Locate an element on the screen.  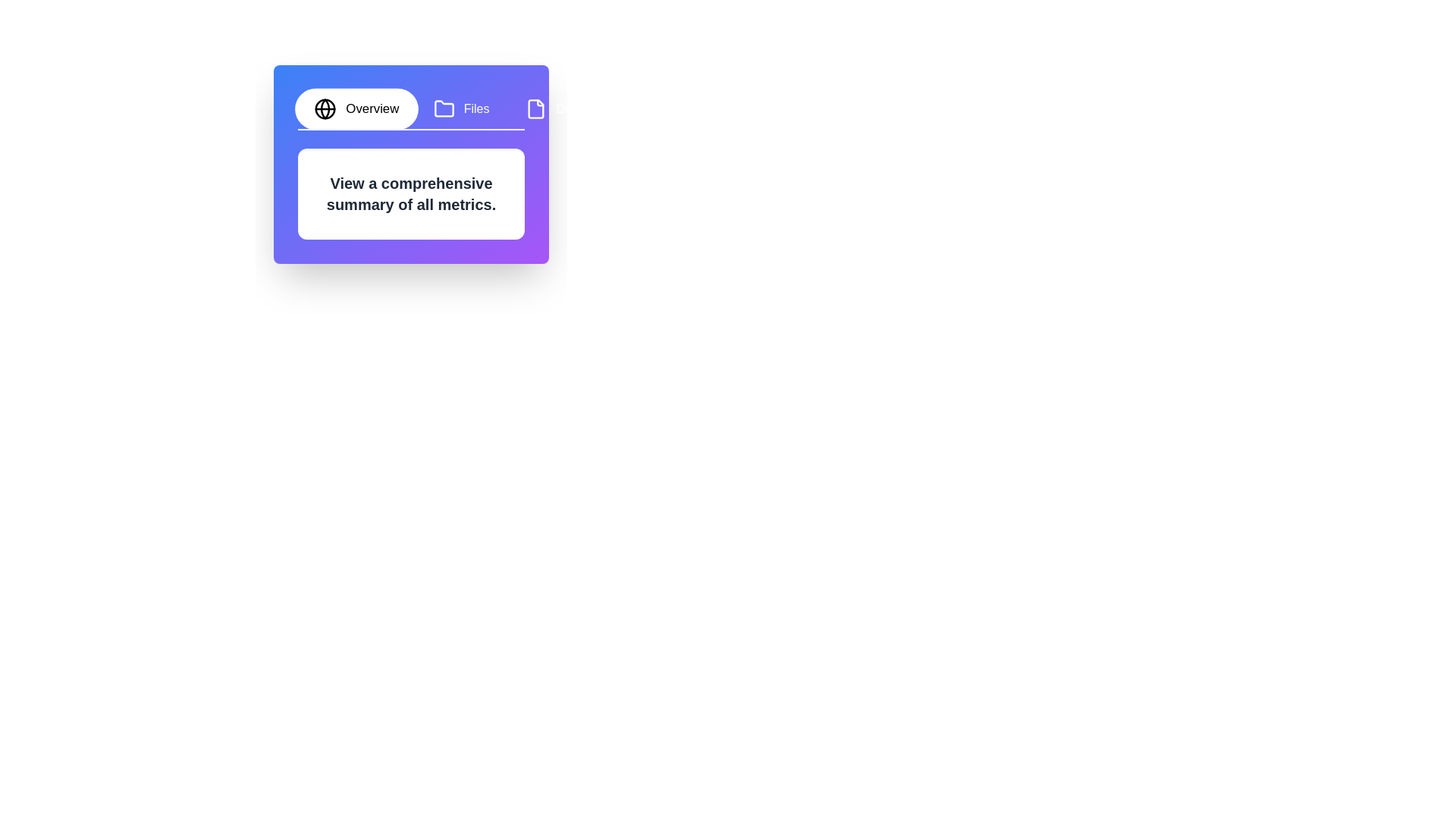
the tab labeled Details to switch to its content is located at coordinates (558, 108).